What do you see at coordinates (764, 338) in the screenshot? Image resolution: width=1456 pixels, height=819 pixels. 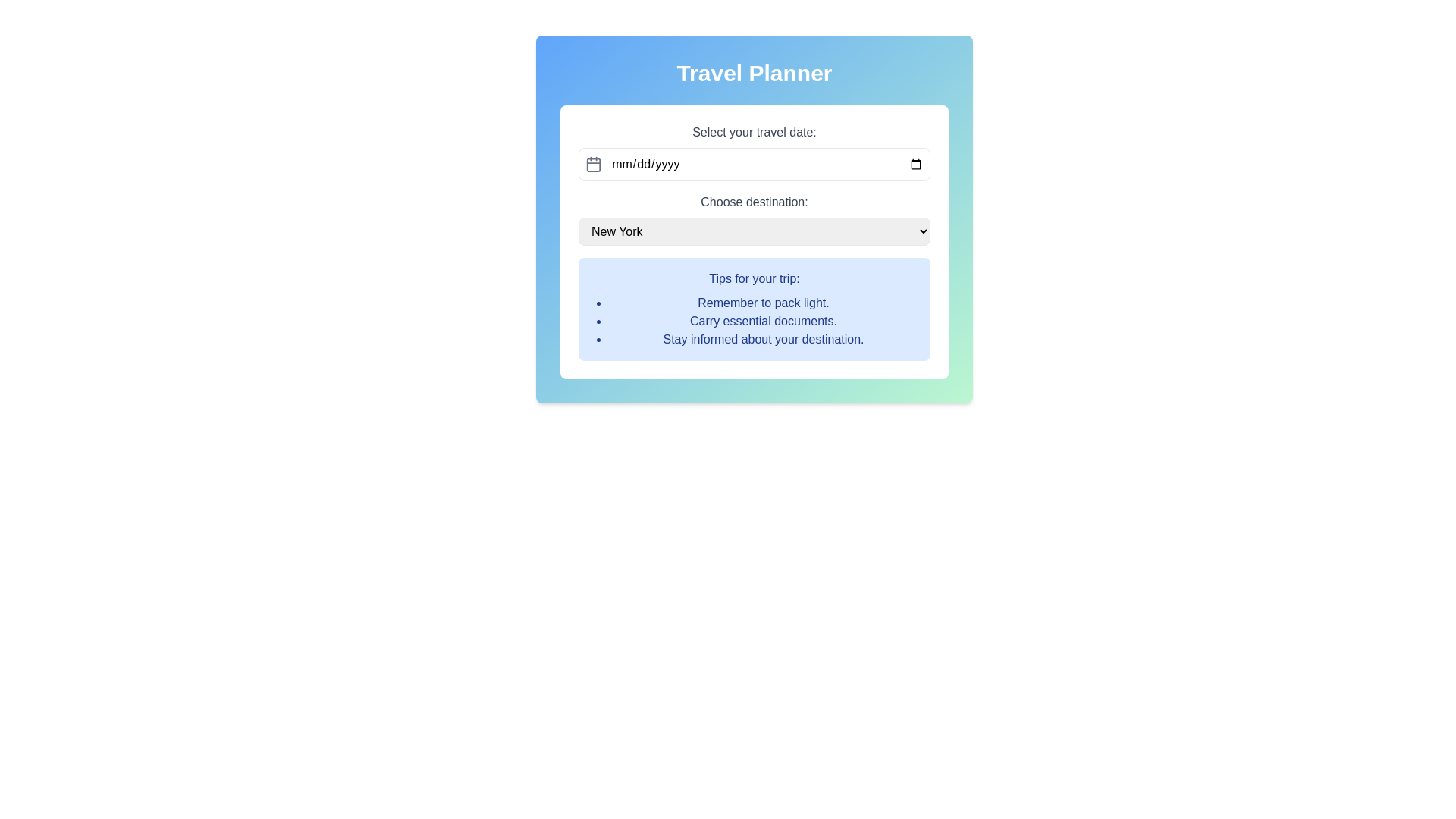 I see `the static text element that reads 'Stay informed about your destination.' which is styled in blue and located in a light blue background box as the third item under 'Tips for your trip.'` at bounding box center [764, 338].